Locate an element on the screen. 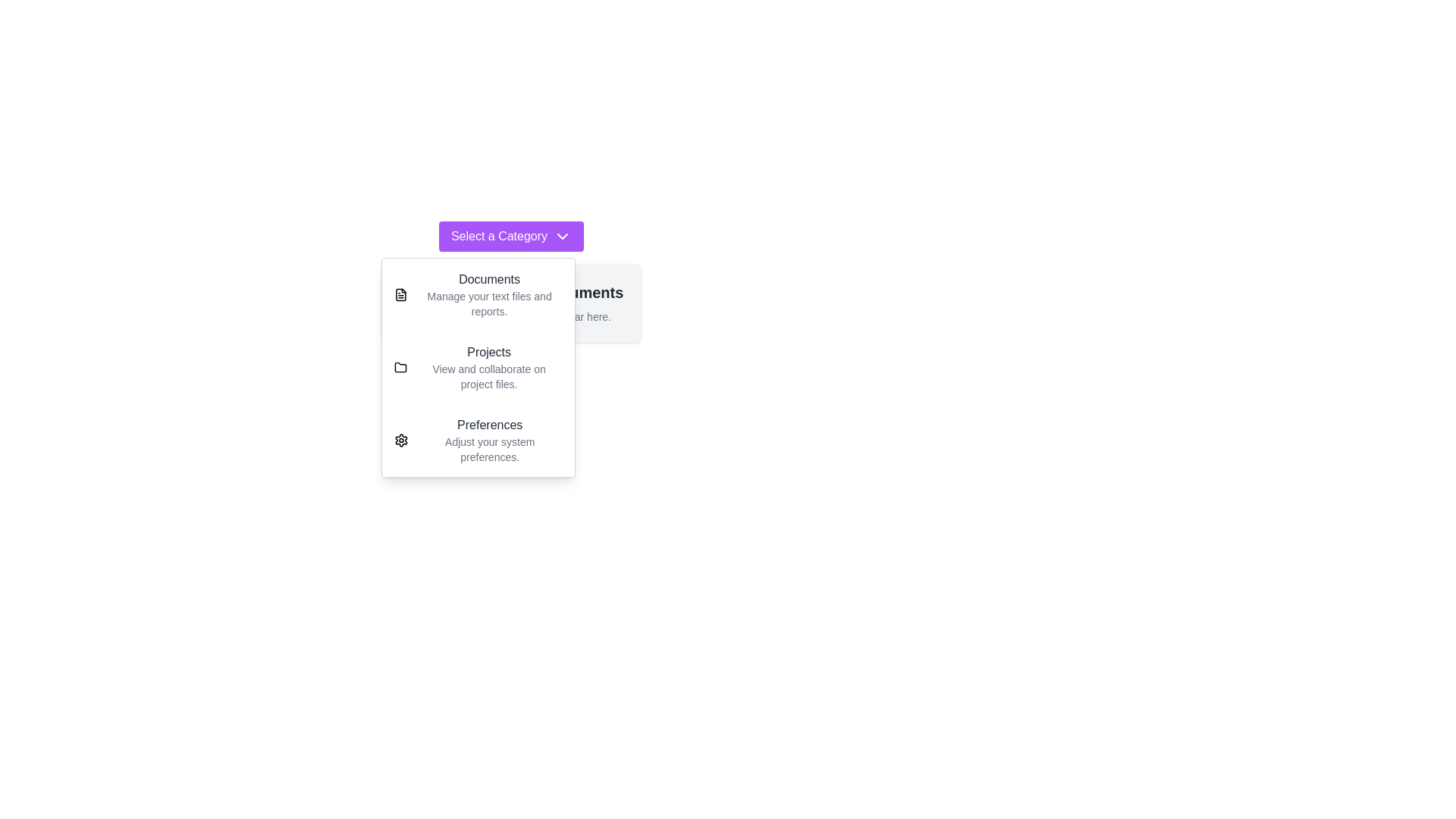  'Select a Category' button to toggle the dropdown menu is located at coordinates (510, 237).